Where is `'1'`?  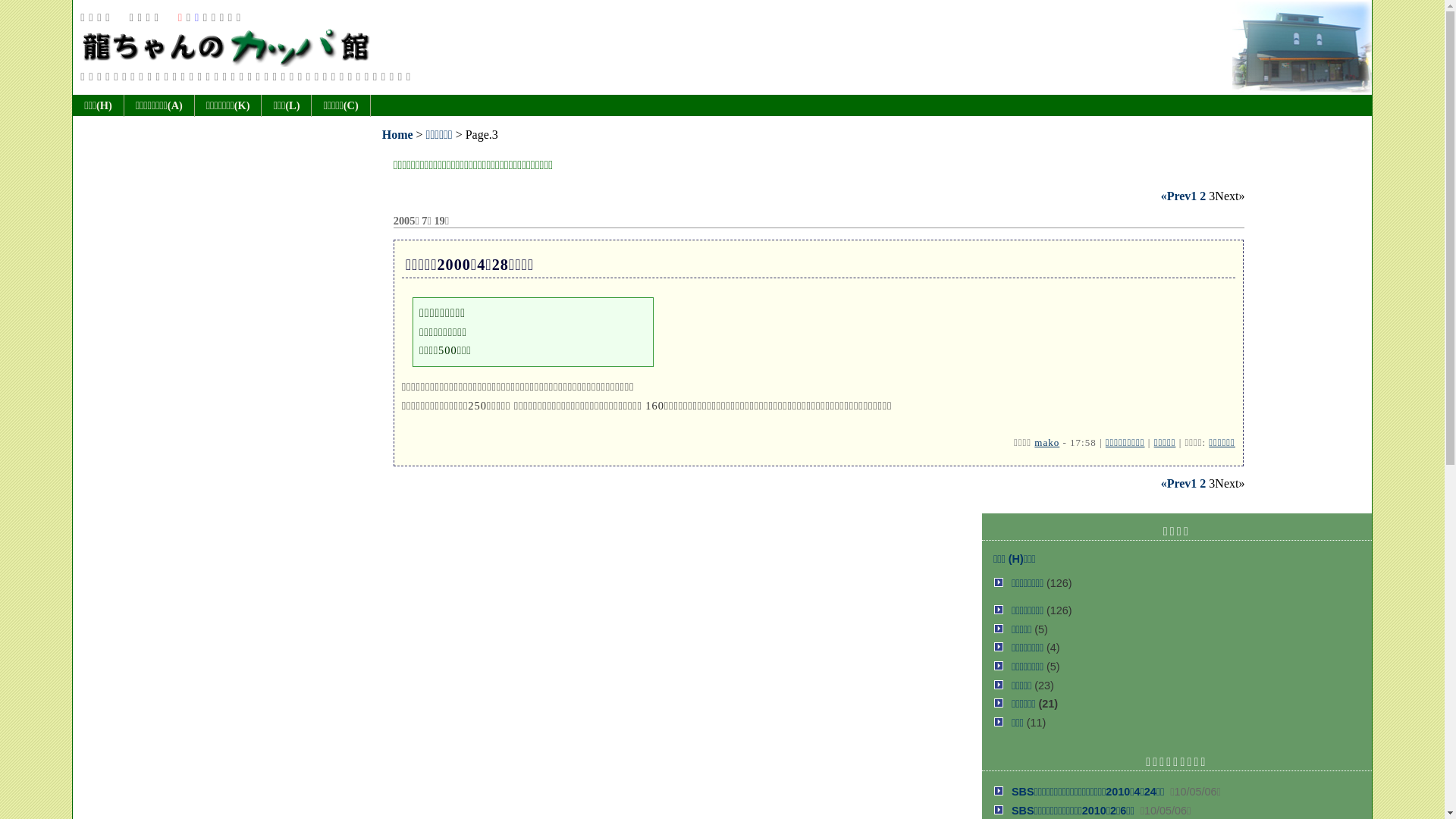
'1' is located at coordinates (1193, 483).